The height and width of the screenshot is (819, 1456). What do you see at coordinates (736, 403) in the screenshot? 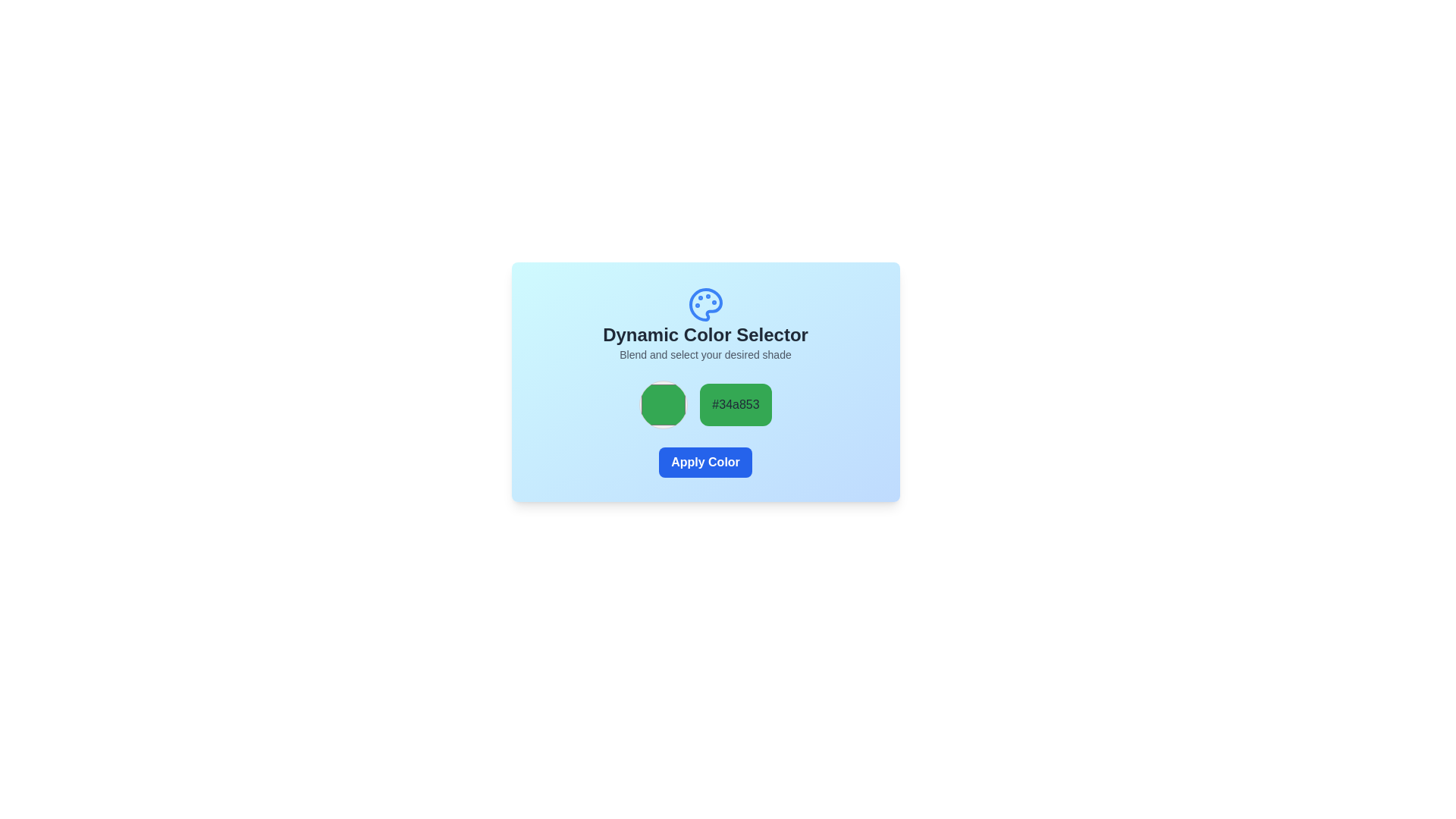
I see `the text label displaying the color hex code '#34a853', which is located to the right of a green octagonal shape within a green rectangular area` at bounding box center [736, 403].